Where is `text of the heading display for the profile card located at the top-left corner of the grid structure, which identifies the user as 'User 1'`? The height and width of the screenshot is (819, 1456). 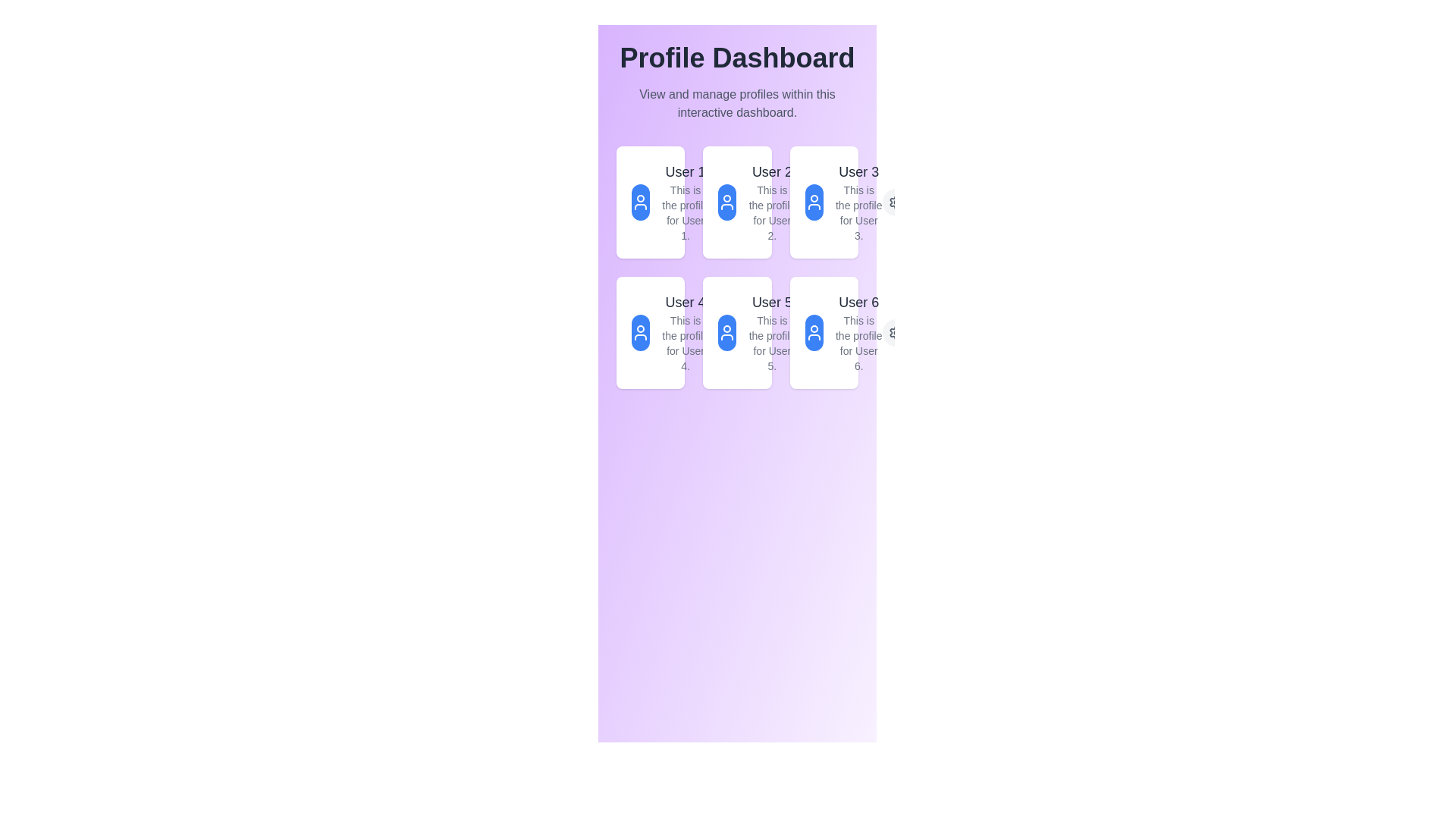 text of the heading display for the profile card located at the top-left corner of the grid structure, which identifies the user as 'User 1' is located at coordinates (685, 171).